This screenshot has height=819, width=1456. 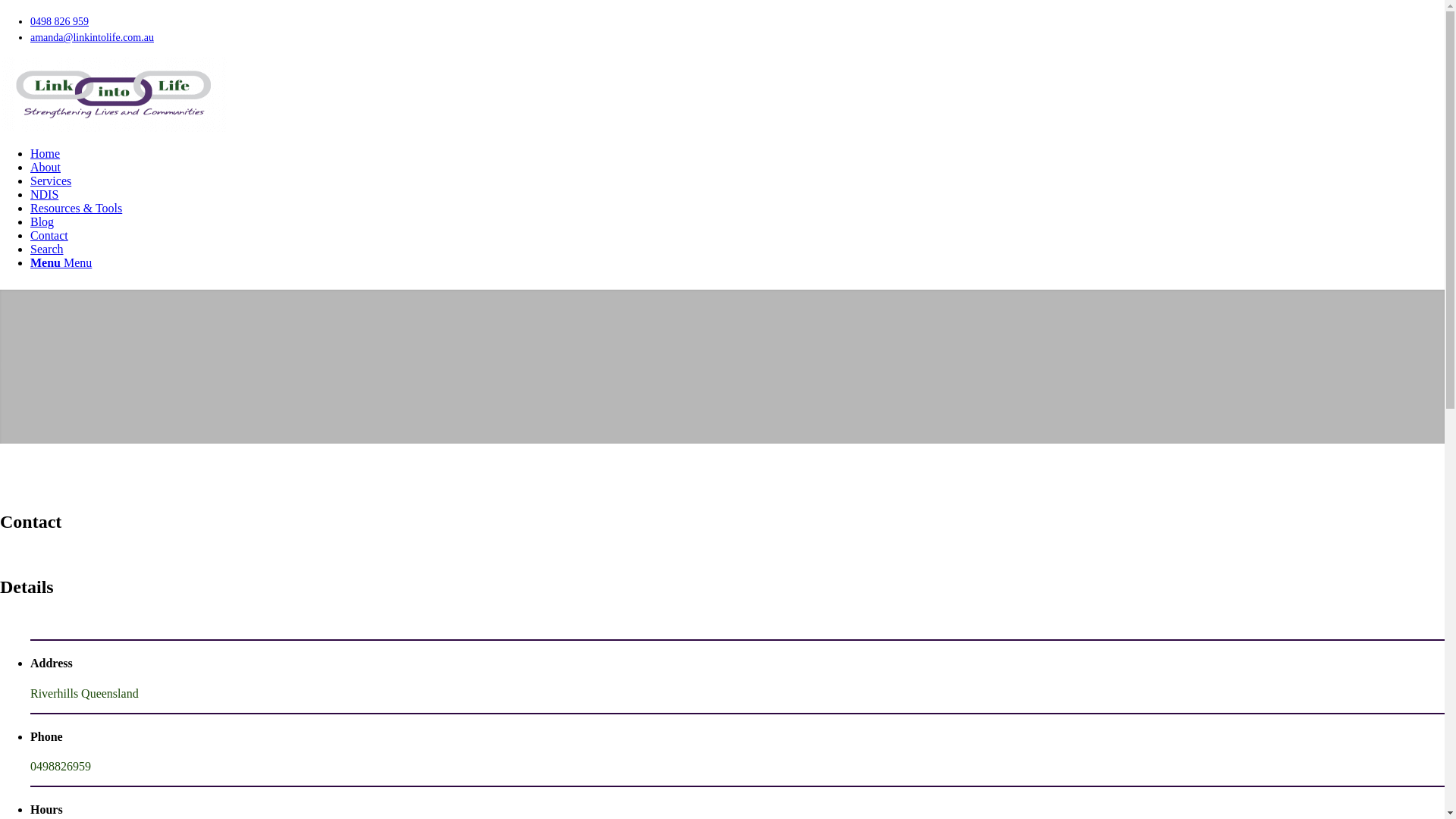 What do you see at coordinates (61, 262) in the screenshot?
I see `'Menu Menu'` at bounding box center [61, 262].